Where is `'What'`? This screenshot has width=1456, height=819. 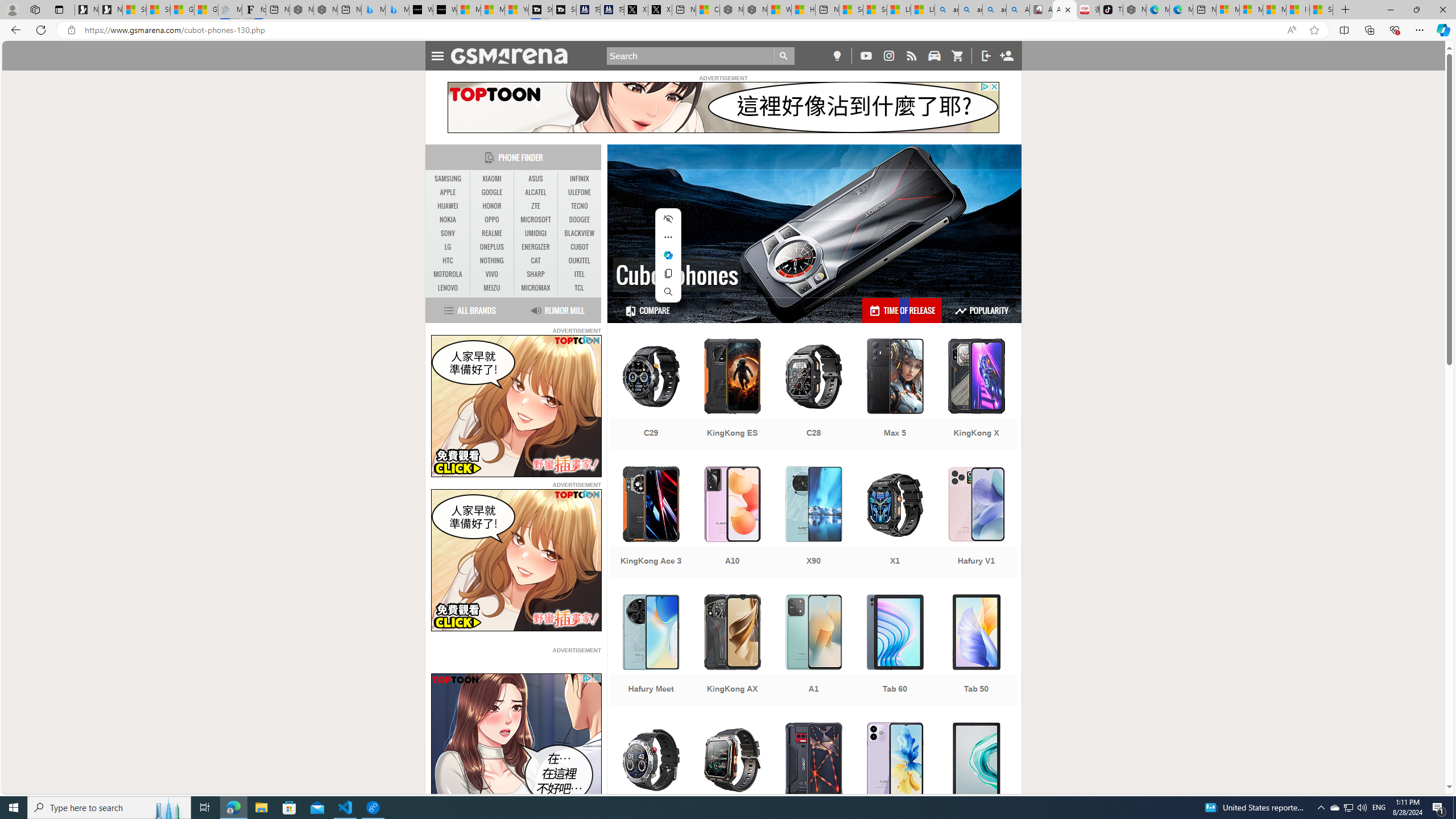 'What' is located at coordinates (445, 9).